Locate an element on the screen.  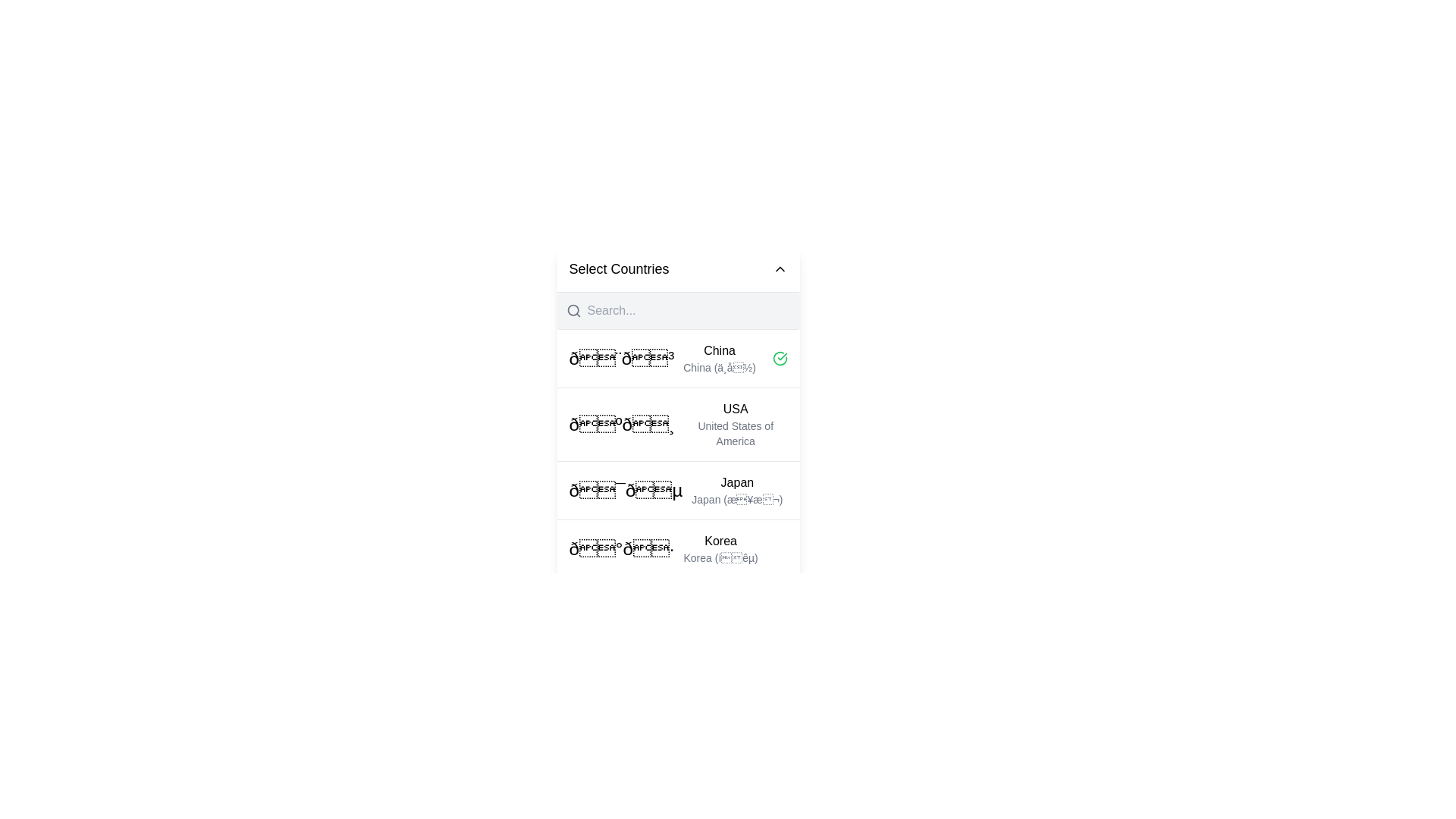
the Decorative flag icon (emoji) representing Korea is located at coordinates (622, 549).